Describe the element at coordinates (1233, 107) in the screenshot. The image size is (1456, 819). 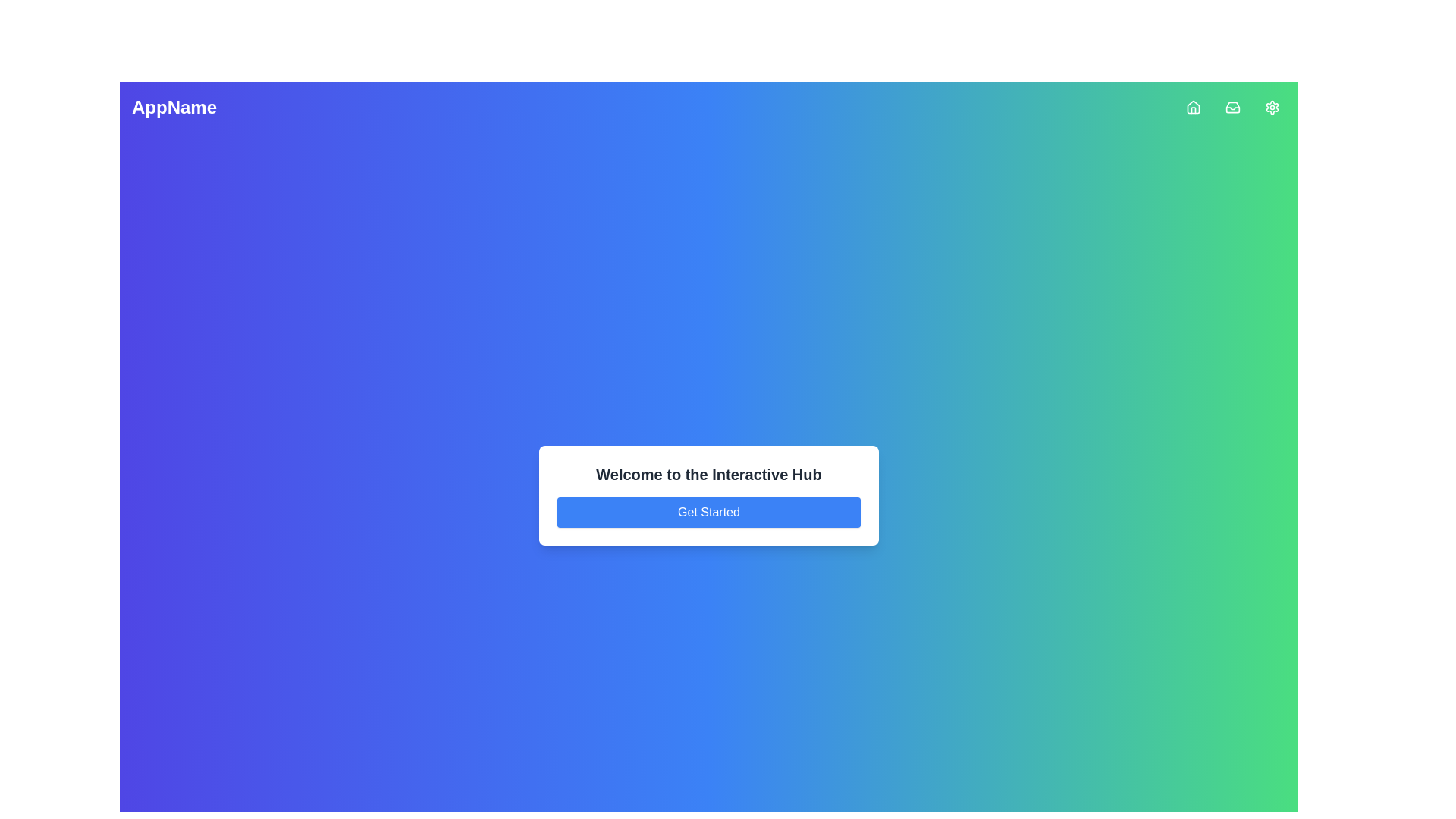
I see `the navigation icon located between the house icon and the gear icon in the top-right corner` at that location.